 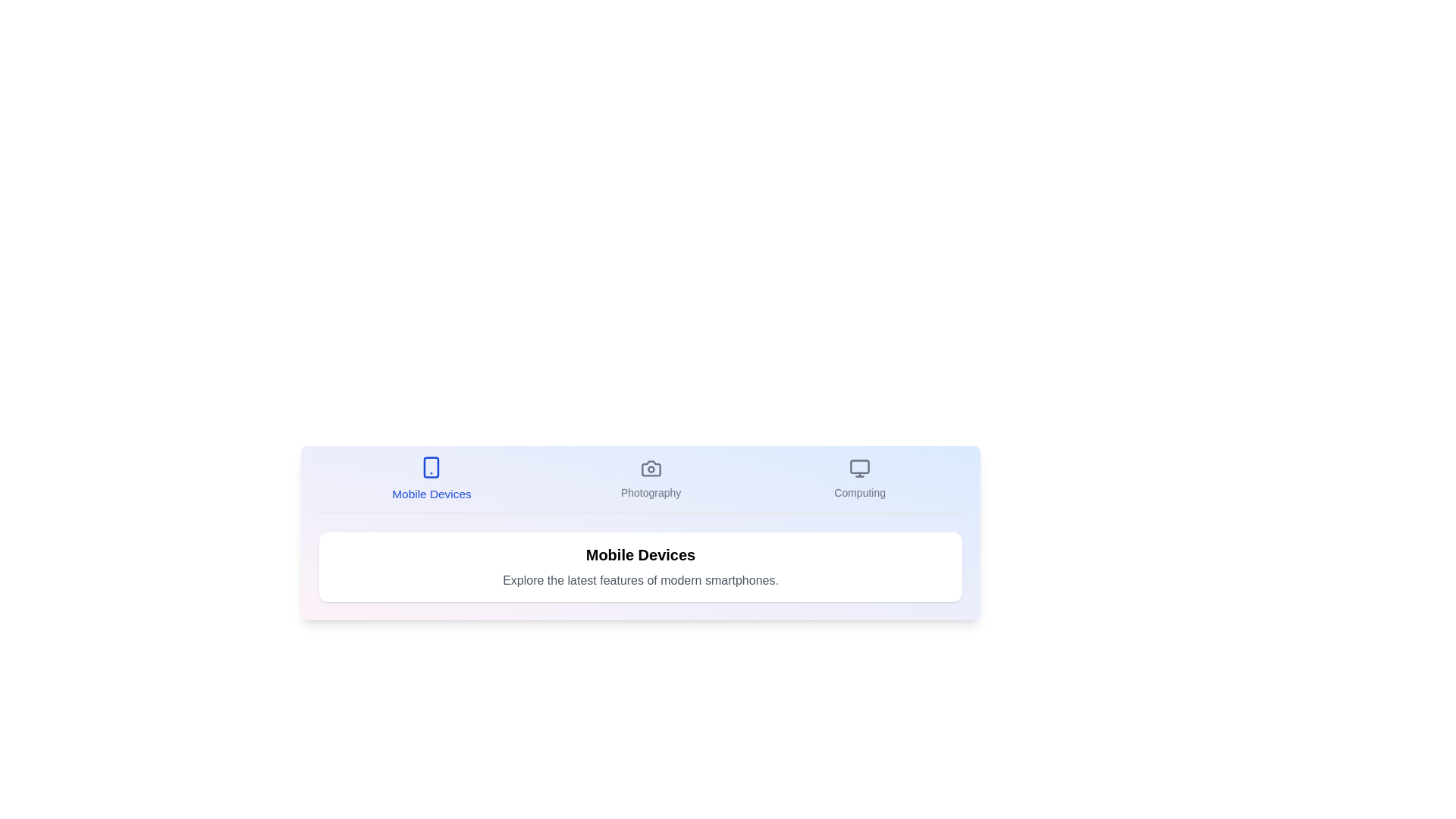 What do you see at coordinates (651, 479) in the screenshot?
I see `the Photography tab to display its content` at bounding box center [651, 479].